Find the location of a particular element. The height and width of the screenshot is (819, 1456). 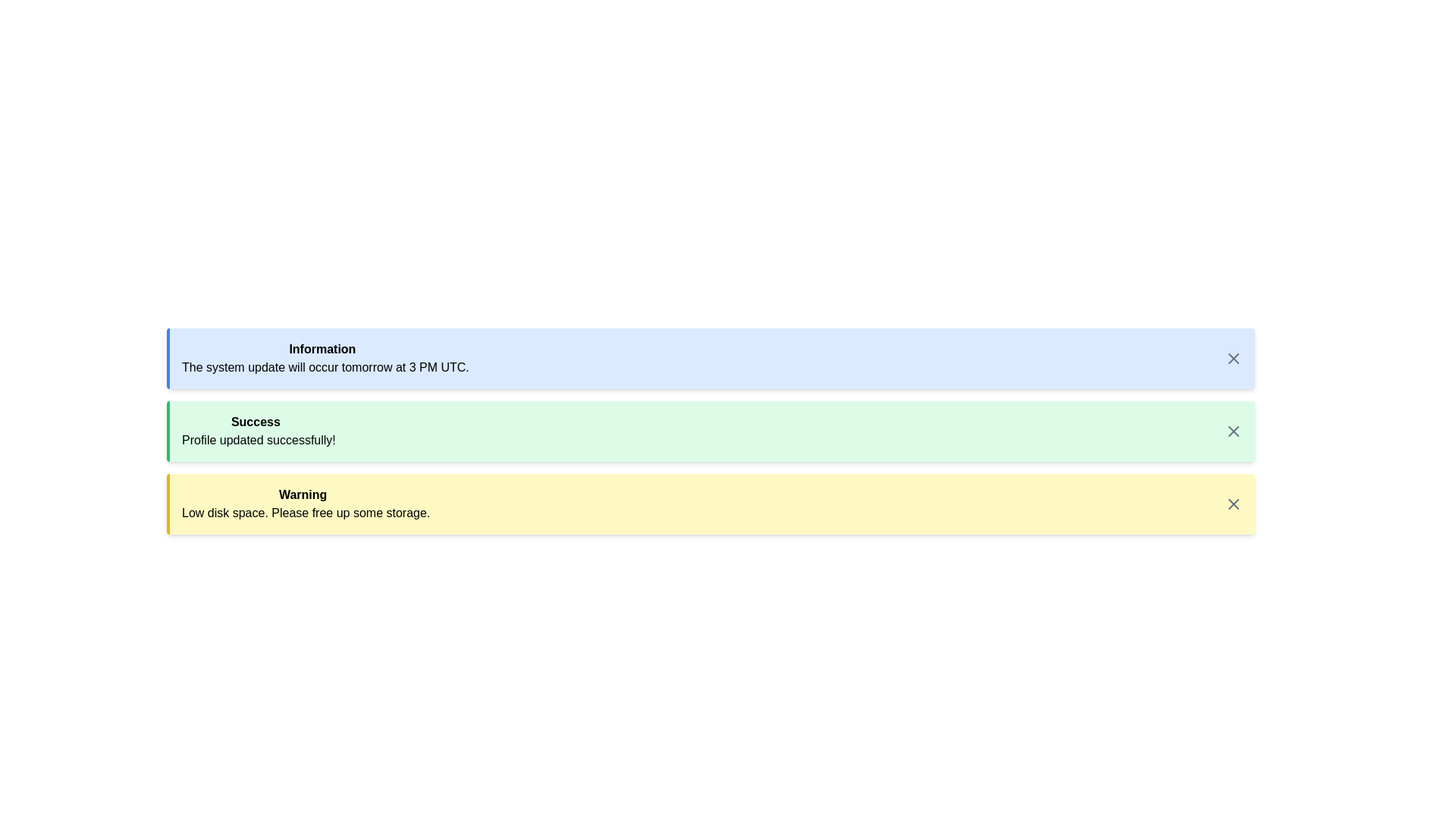

the small gray button marked with an 'X' at the top-right corner of the blue notification box is located at coordinates (1234, 359).